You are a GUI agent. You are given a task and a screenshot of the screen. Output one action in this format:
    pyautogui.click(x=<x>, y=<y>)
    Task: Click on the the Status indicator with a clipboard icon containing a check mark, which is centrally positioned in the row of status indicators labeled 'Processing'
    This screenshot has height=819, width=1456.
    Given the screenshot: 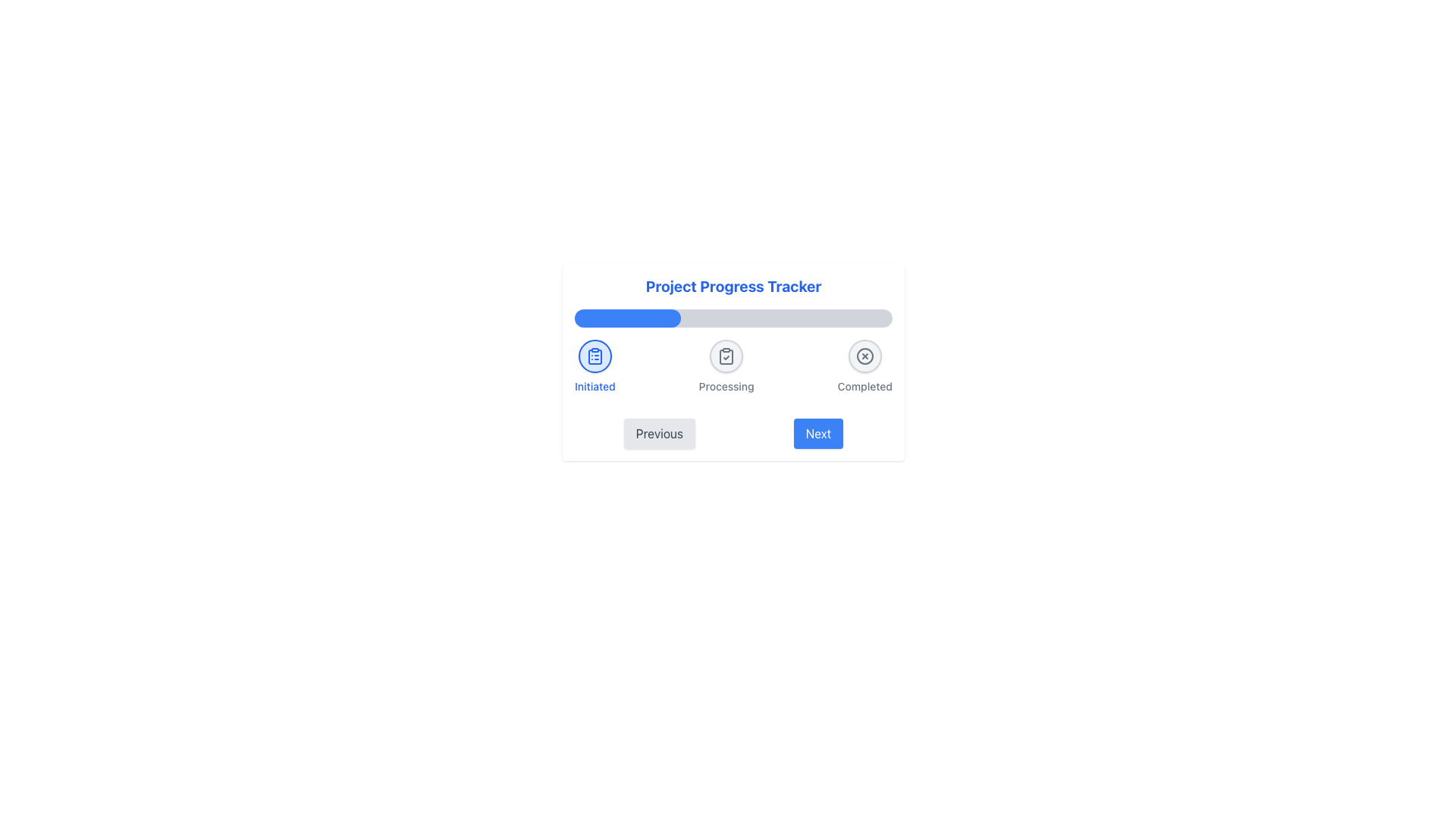 What is the action you would take?
    pyautogui.click(x=726, y=356)
    